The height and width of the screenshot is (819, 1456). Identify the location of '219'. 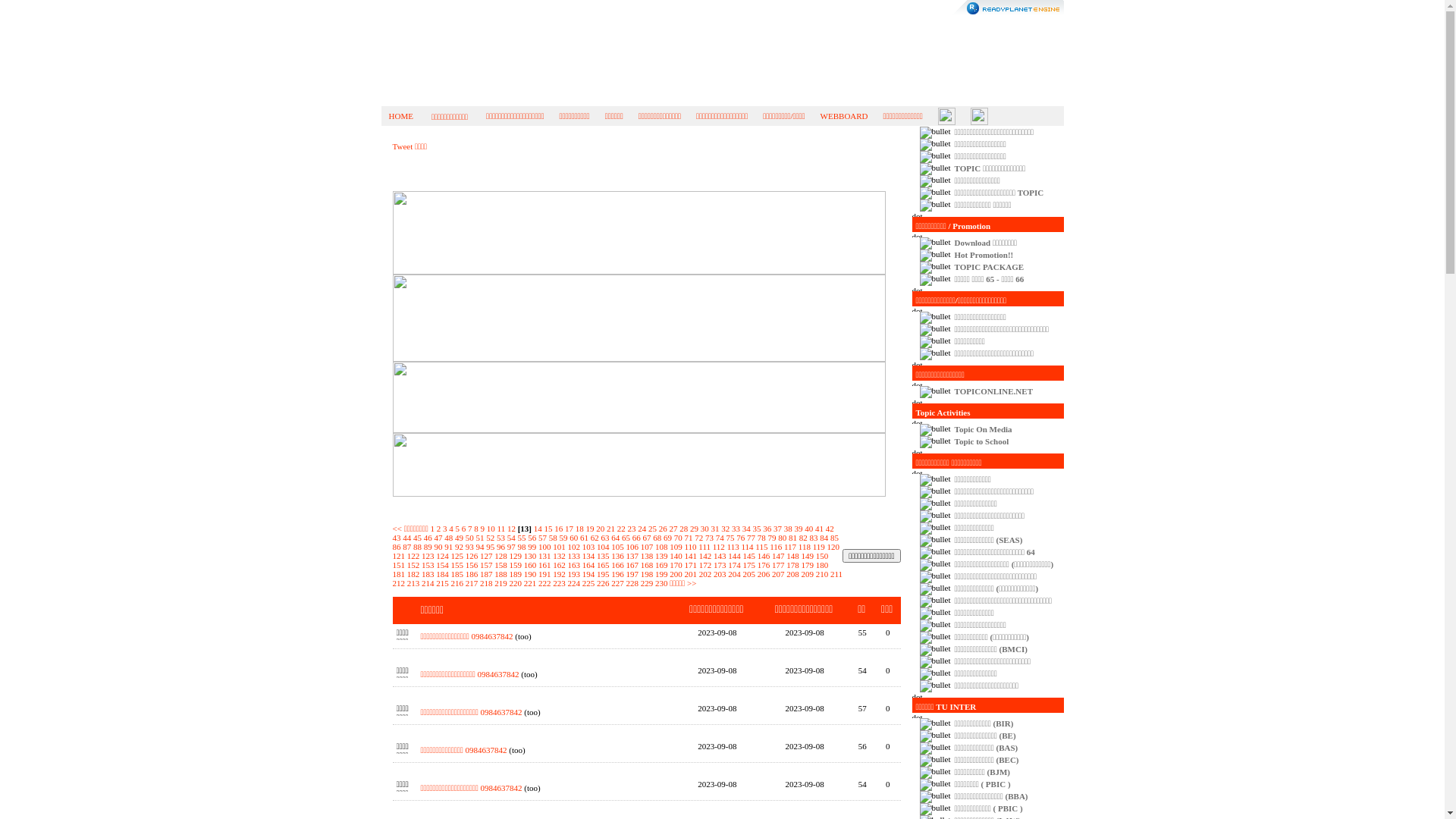
(500, 582).